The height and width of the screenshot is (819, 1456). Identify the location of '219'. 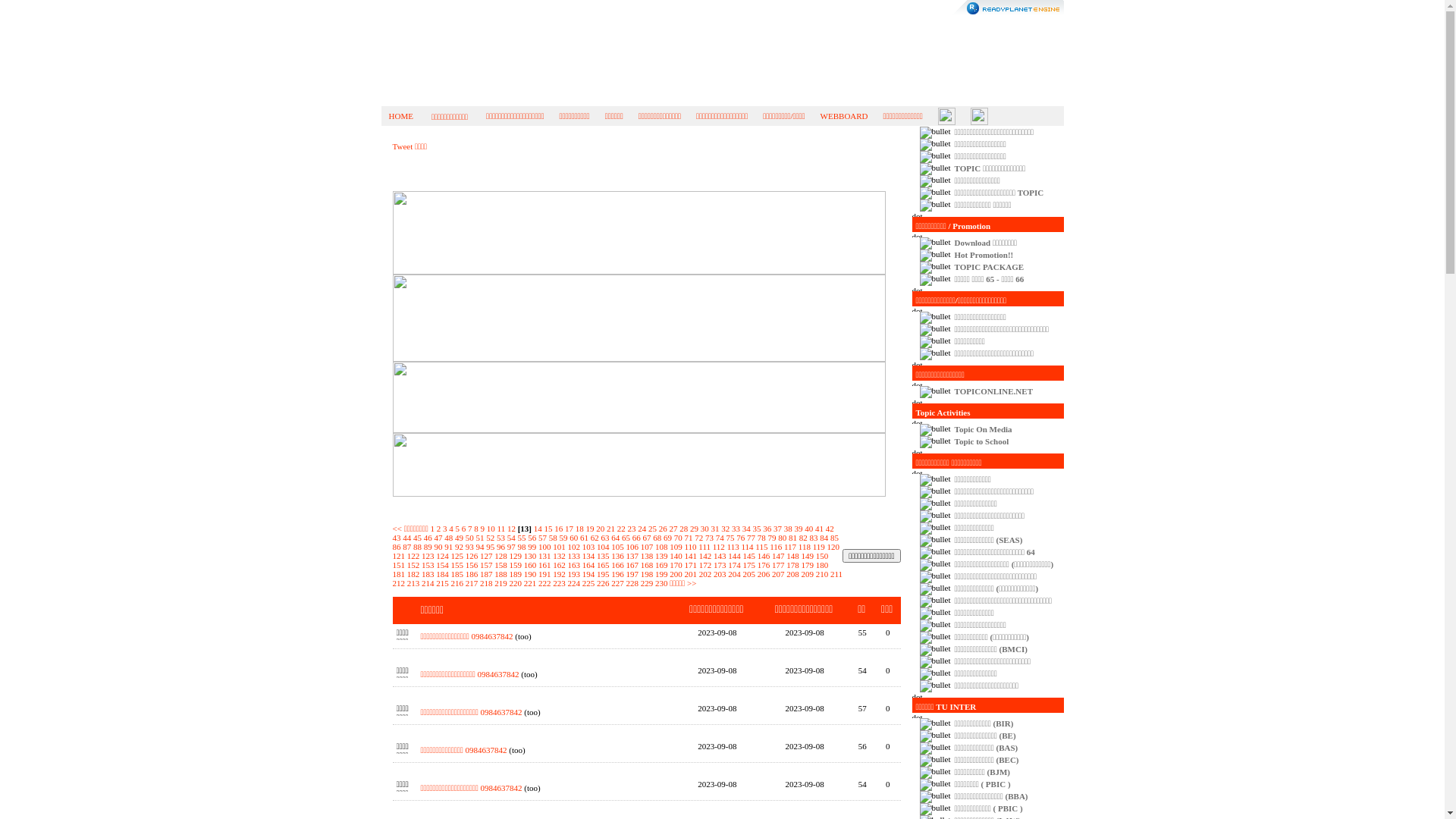
(500, 582).